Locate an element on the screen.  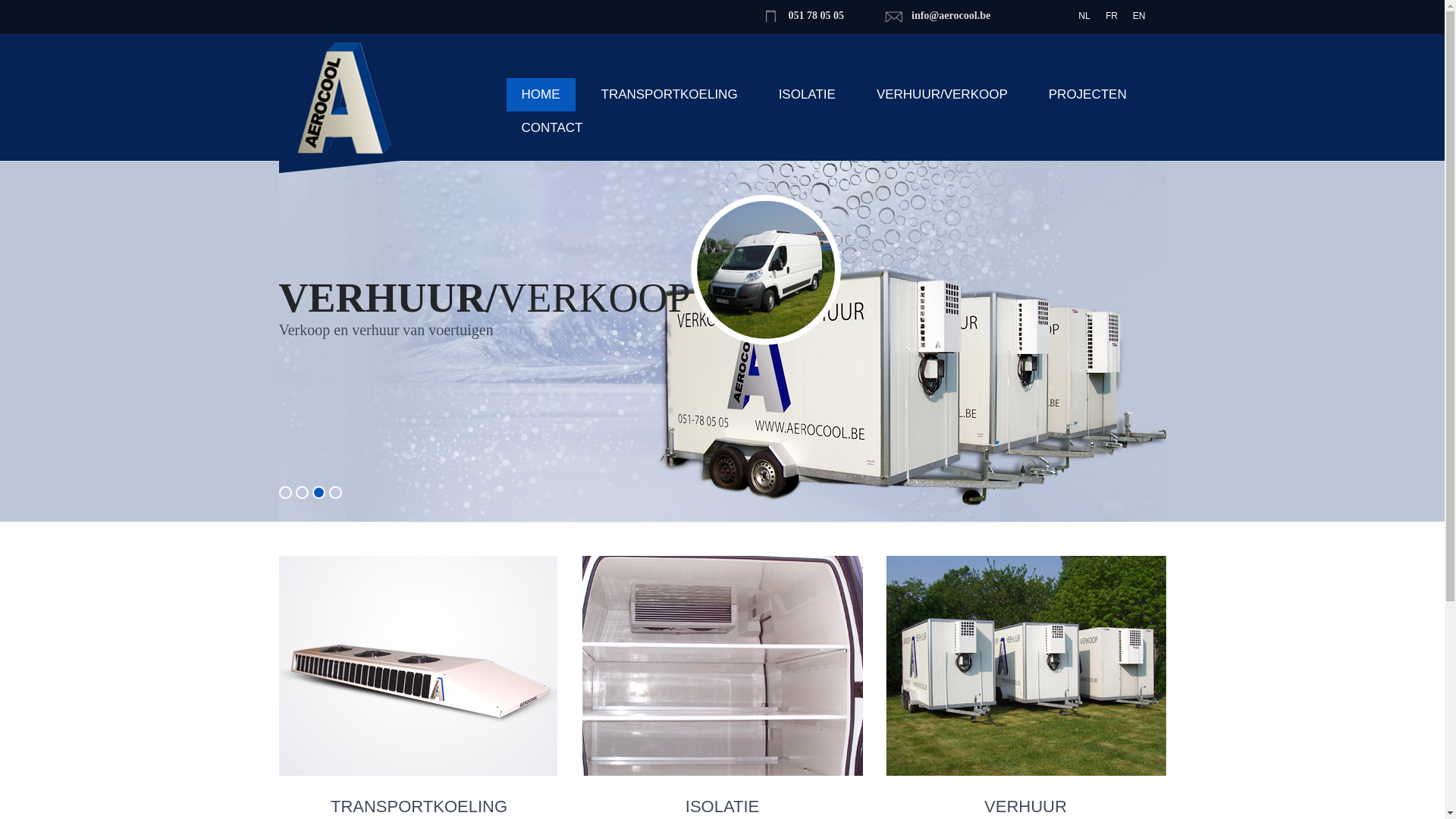
'1' is located at coordinates (285, 492).